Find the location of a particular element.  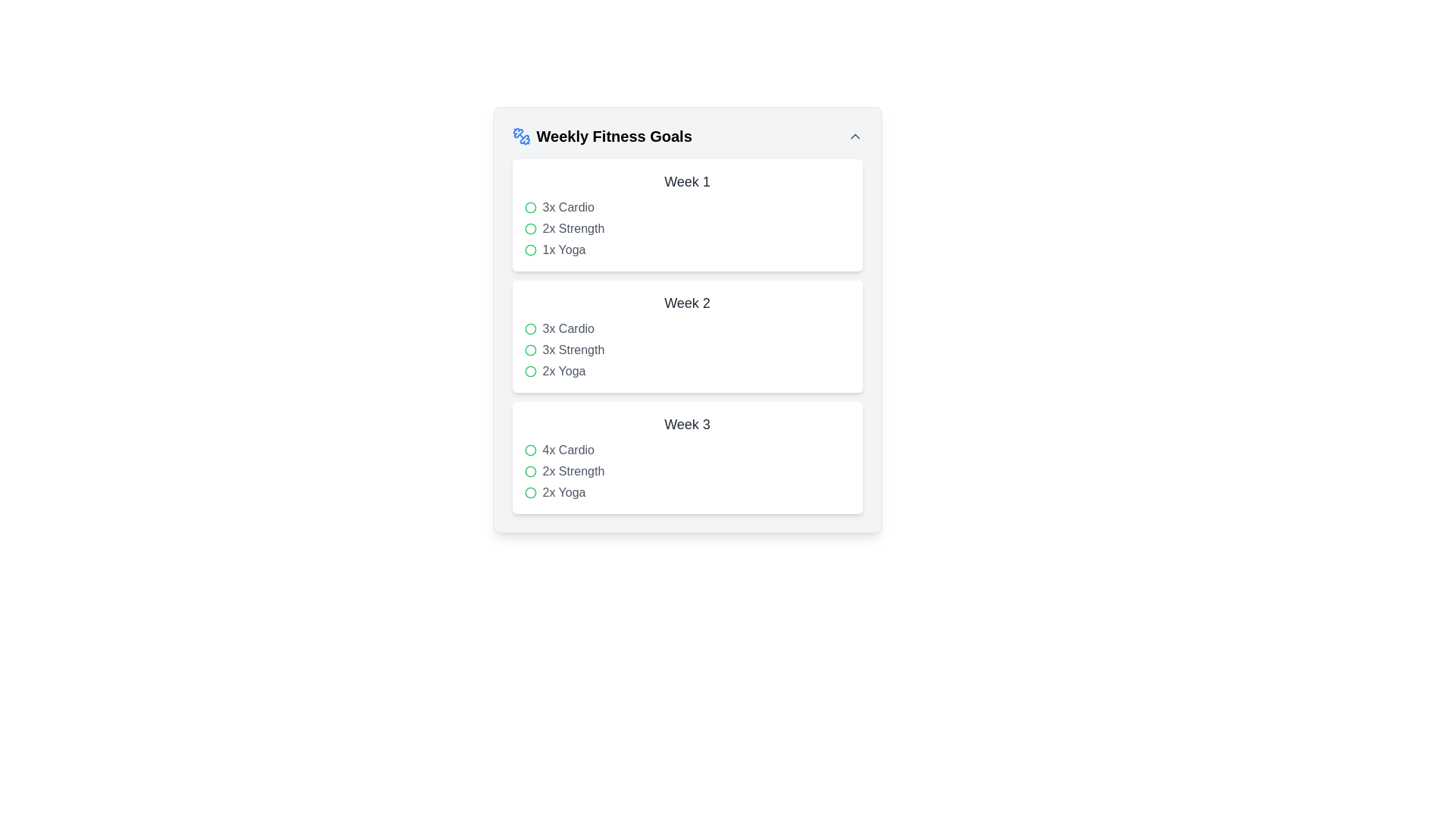

the icon representing the completion status of the '3x Strength' goal for Week 2, which is positioned to the left of the text '3x Strength' is located at coordinates (530, 350).